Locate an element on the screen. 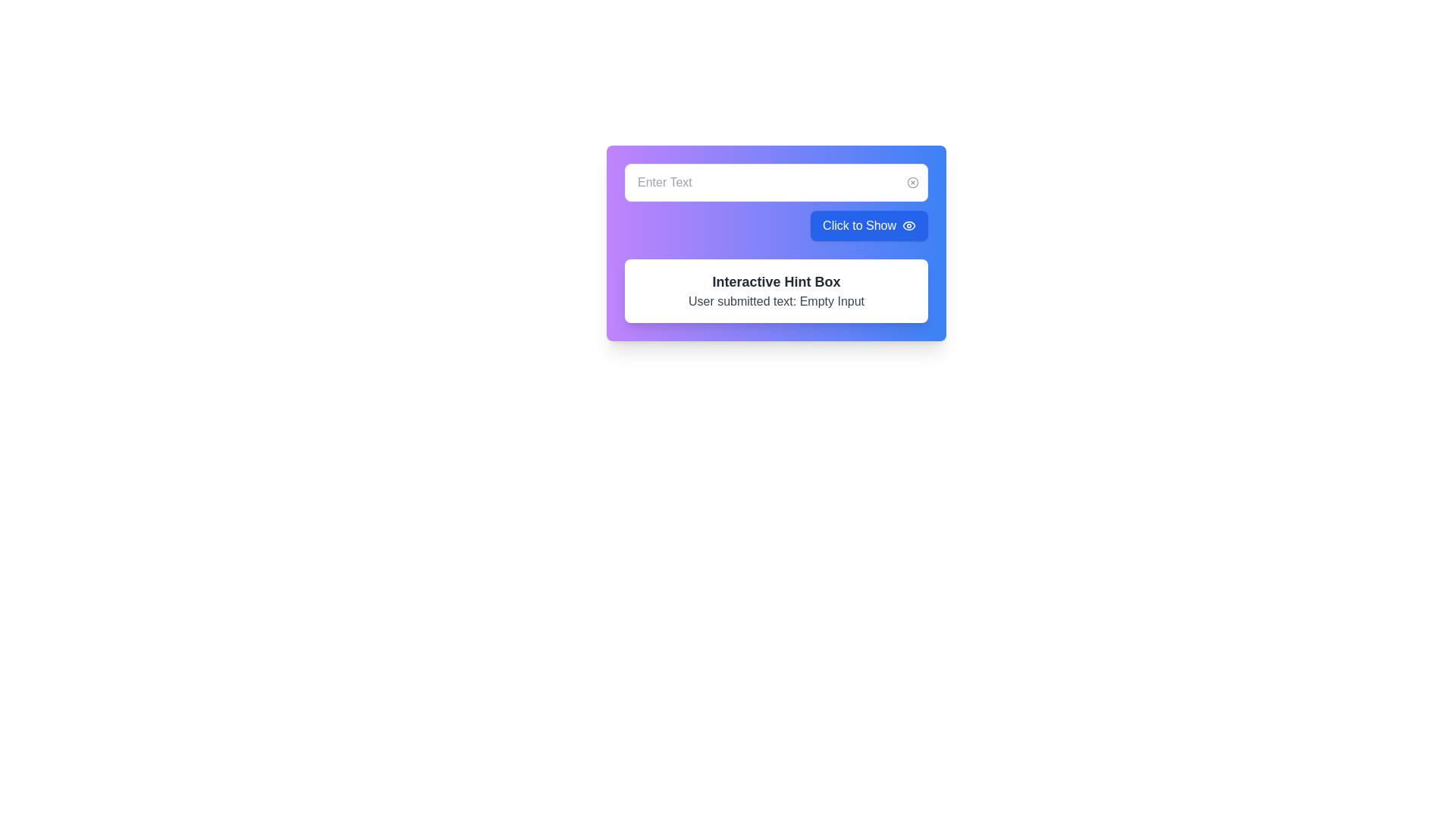  the Informational hint box that has a white background and contains the text 'Interactive Hint Box' and 'User submitted text: Empty Input' is located at coordinates (776, 291).